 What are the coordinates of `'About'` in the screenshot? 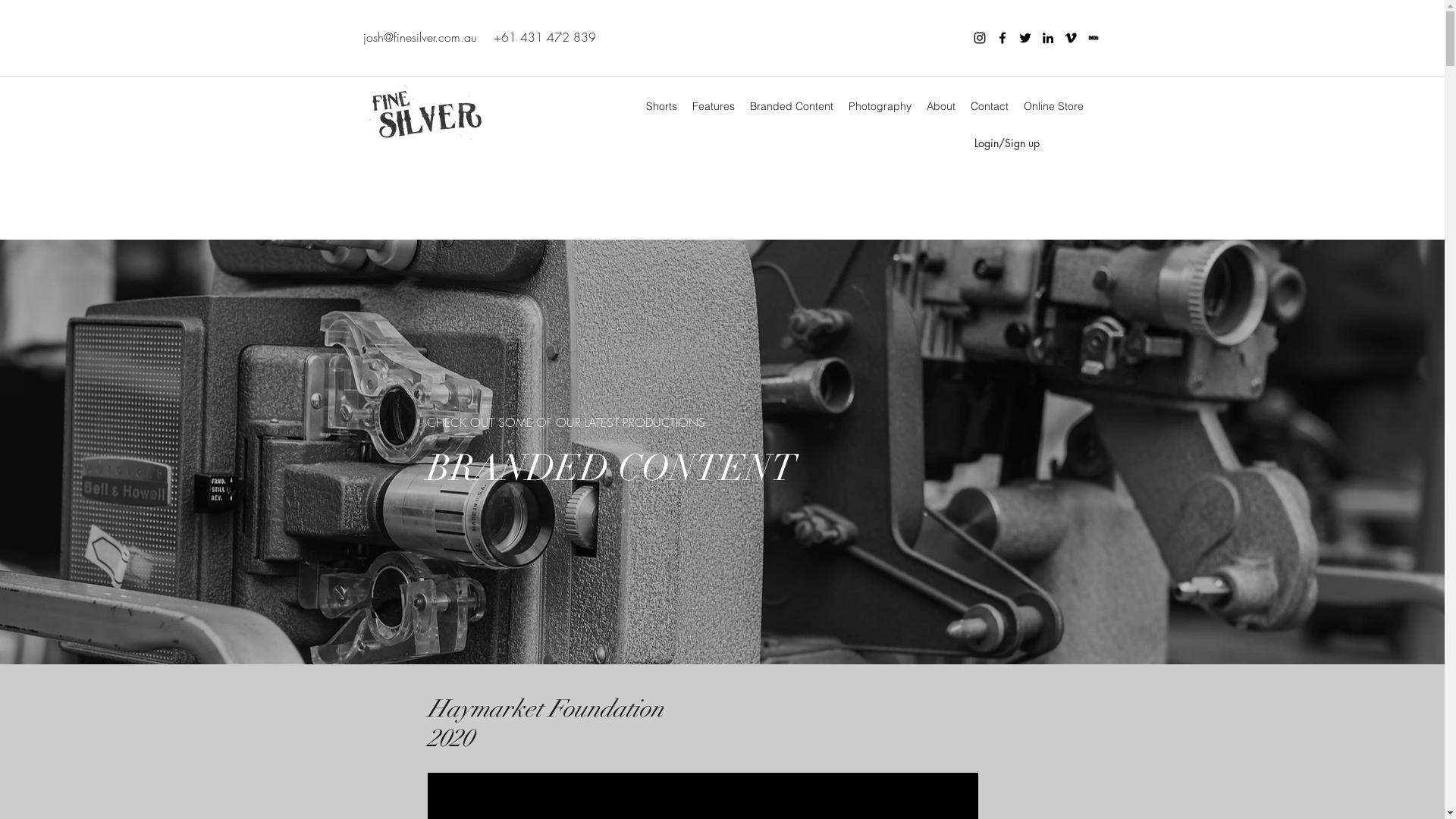 It's located at (918, 105).